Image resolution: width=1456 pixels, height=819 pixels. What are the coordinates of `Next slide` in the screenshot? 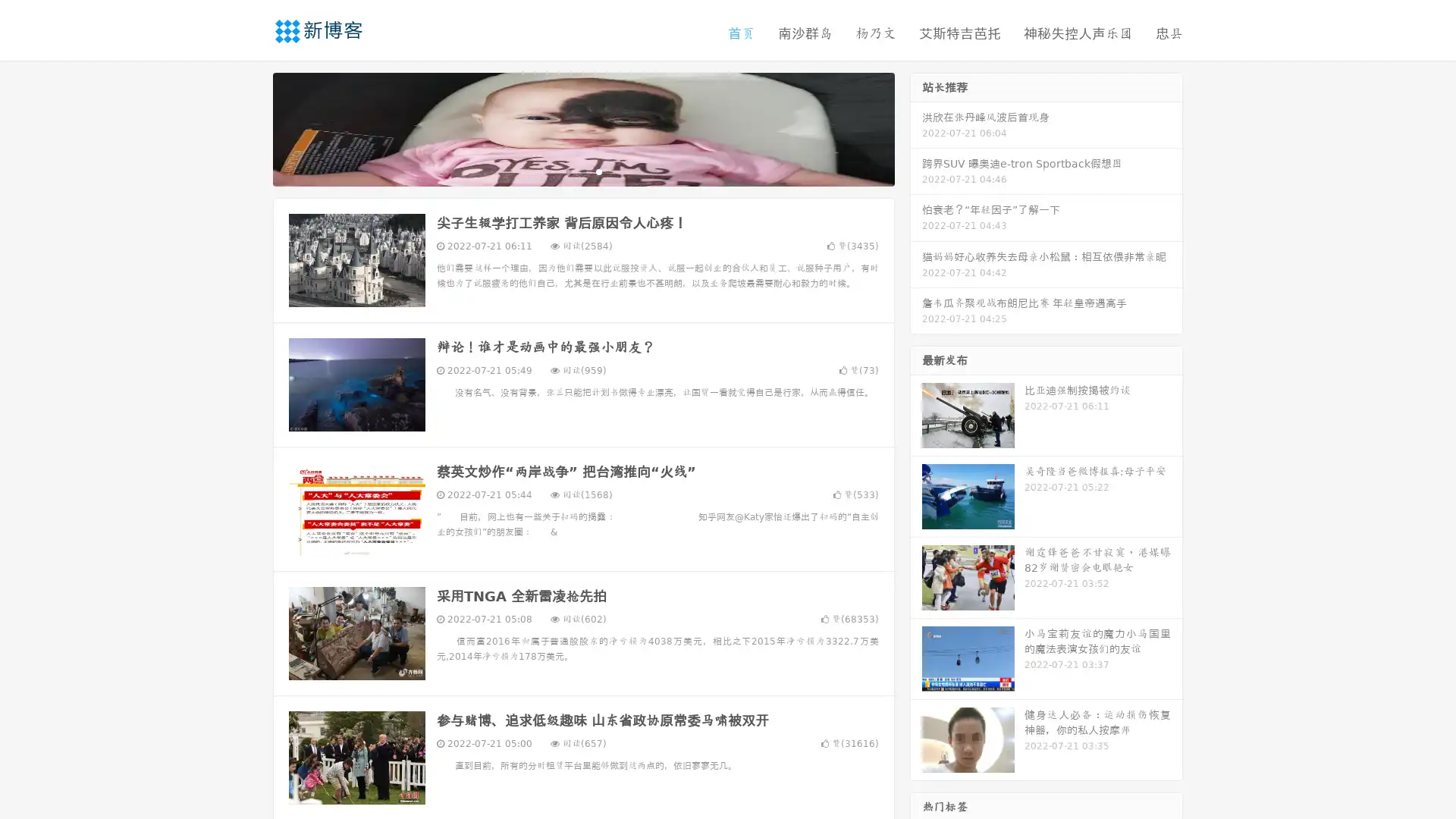 It's located at (916, 127).